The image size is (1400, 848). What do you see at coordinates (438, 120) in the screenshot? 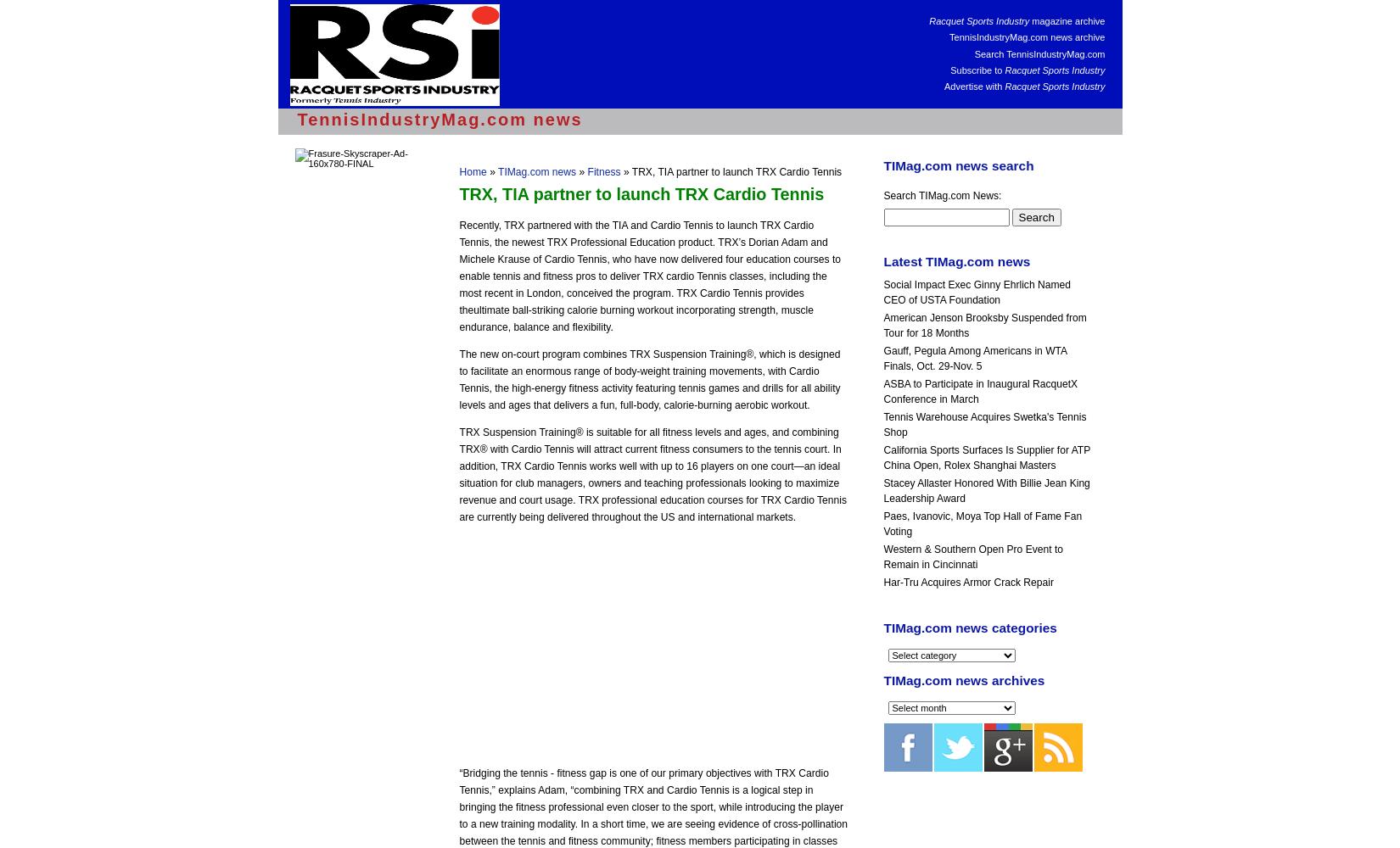
I see `'TennisIndustryMag.com news'` at bounding box center [438, 120].